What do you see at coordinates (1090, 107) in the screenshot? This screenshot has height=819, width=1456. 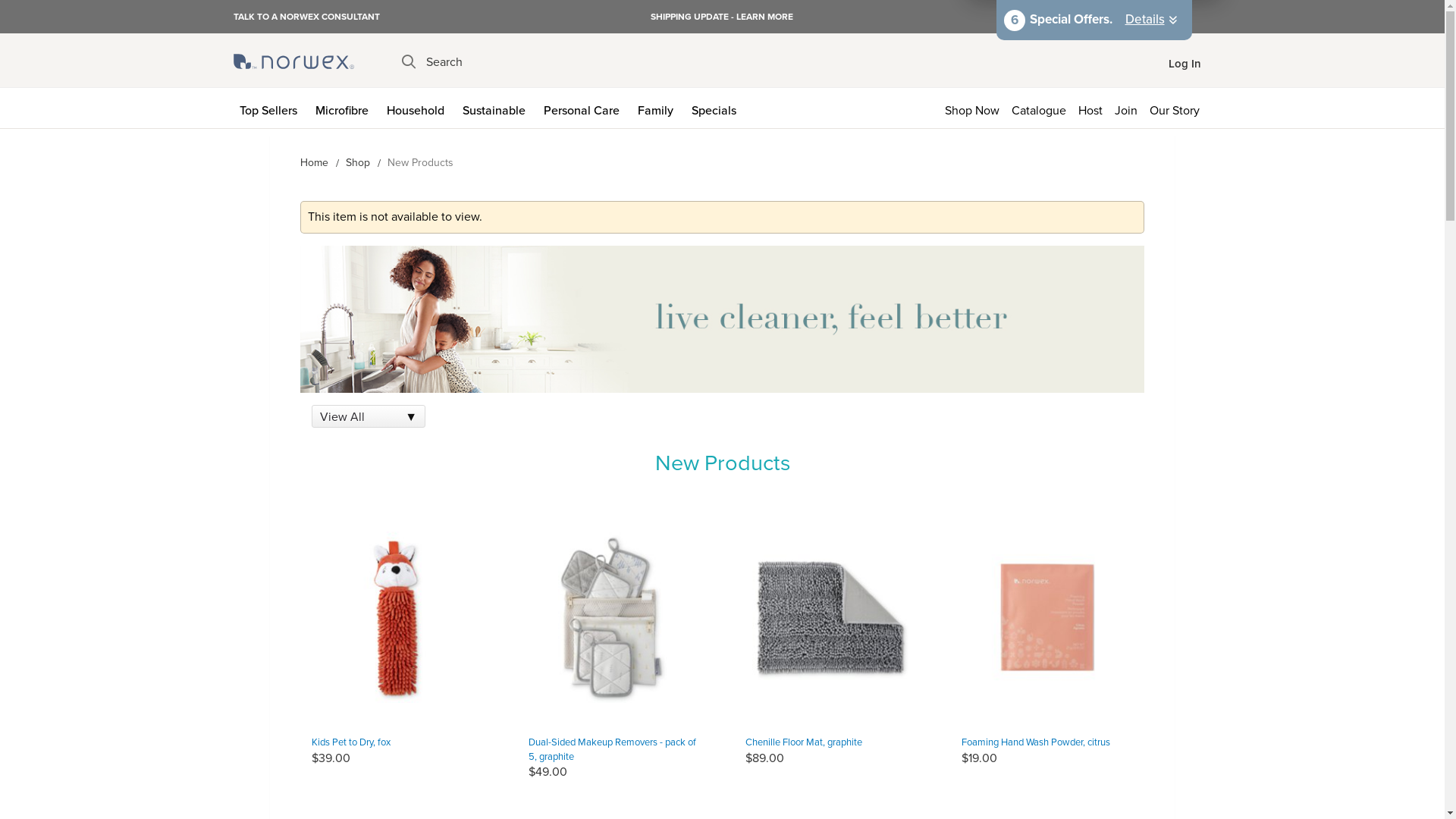 I see `'Host'` at bounding box center [1090, 107].